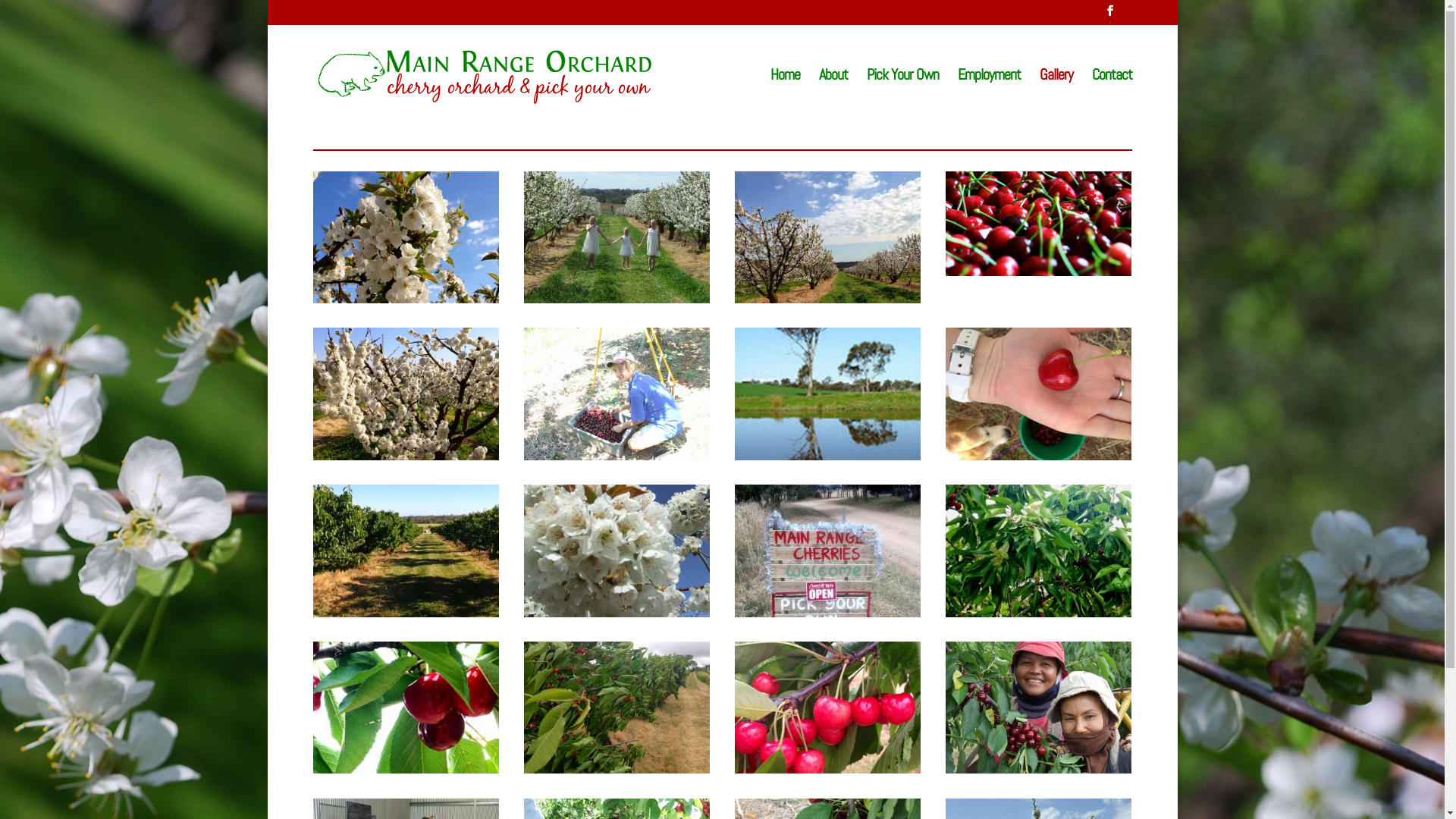  What do you see at coordinates (770, 96) in the screenshot?
I see `'Home'` at bounding box center [770, 96].